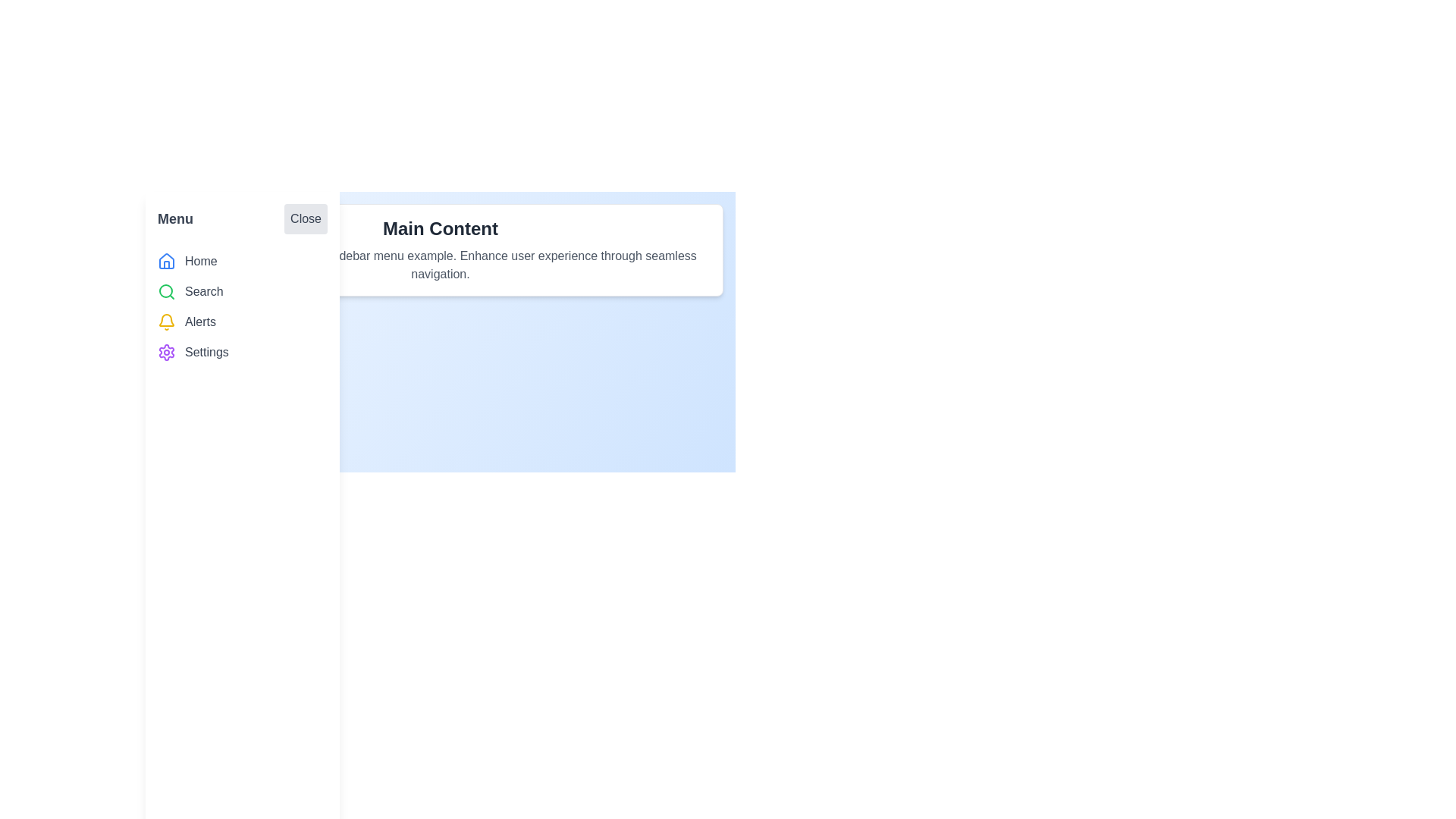  What do you see at coordinates (167, 259) in the screenshot?
I see `the house icon in the sidebar menu` at bounding box center [167, 259].